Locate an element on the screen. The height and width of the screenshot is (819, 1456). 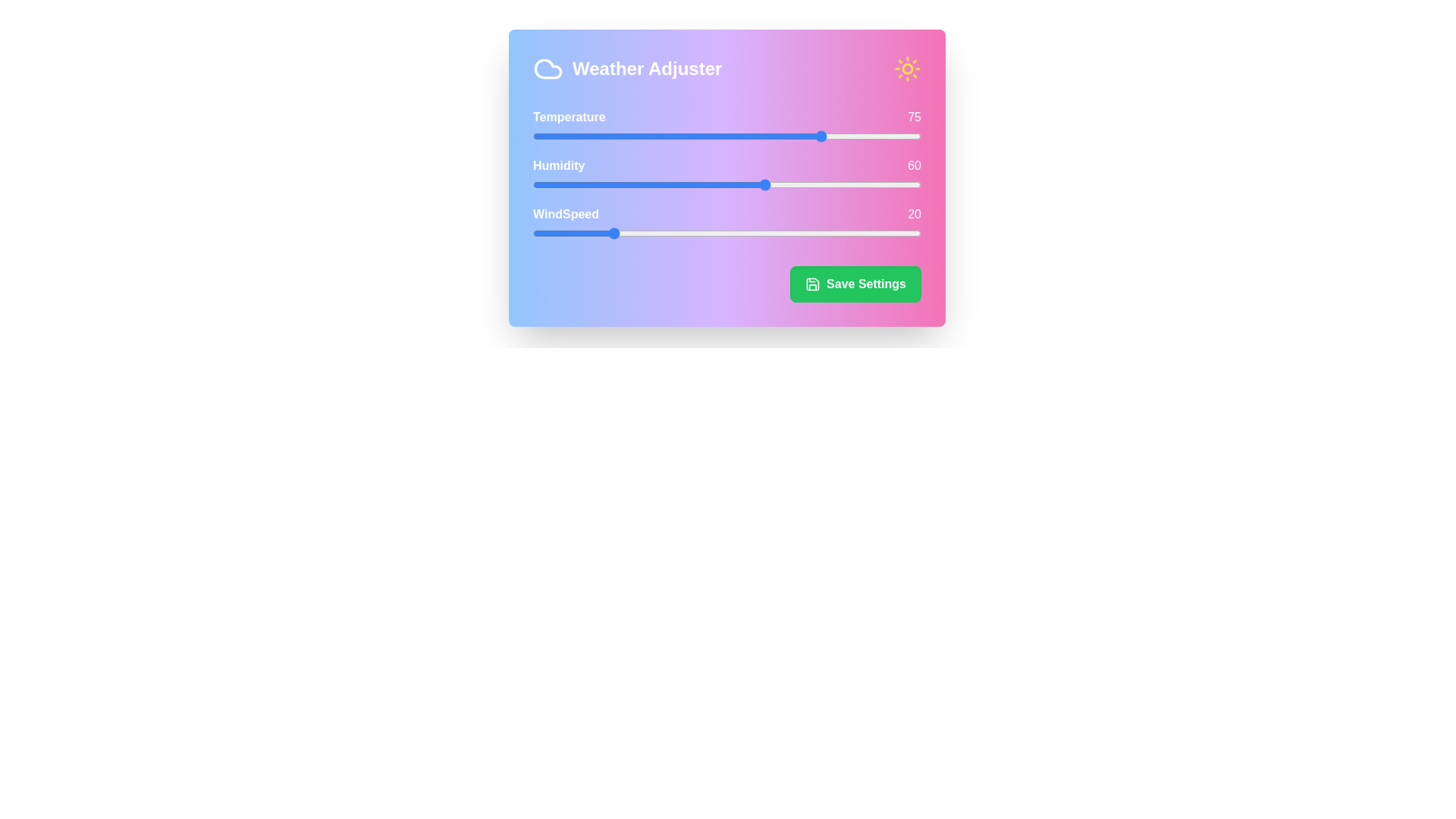
the temperature slider is located at coordinates (541, 136).